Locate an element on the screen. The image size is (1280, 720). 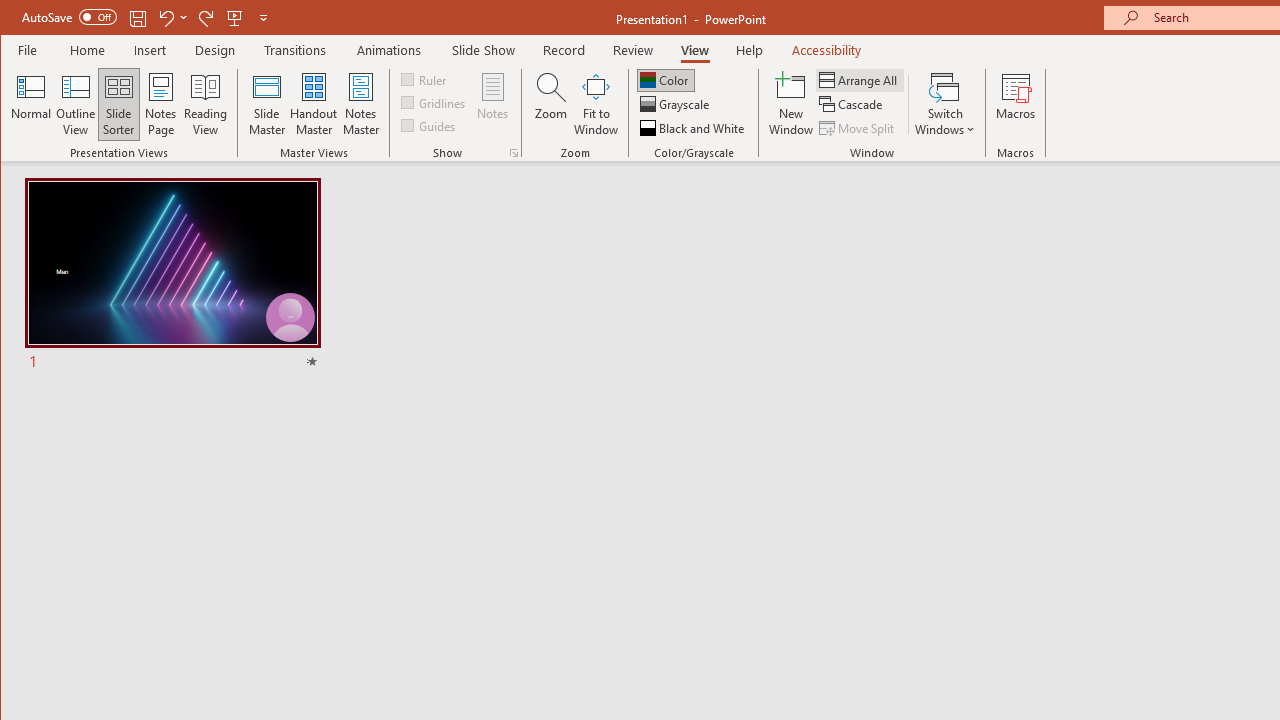
'Macros' is located at coordinates (1016, 104).